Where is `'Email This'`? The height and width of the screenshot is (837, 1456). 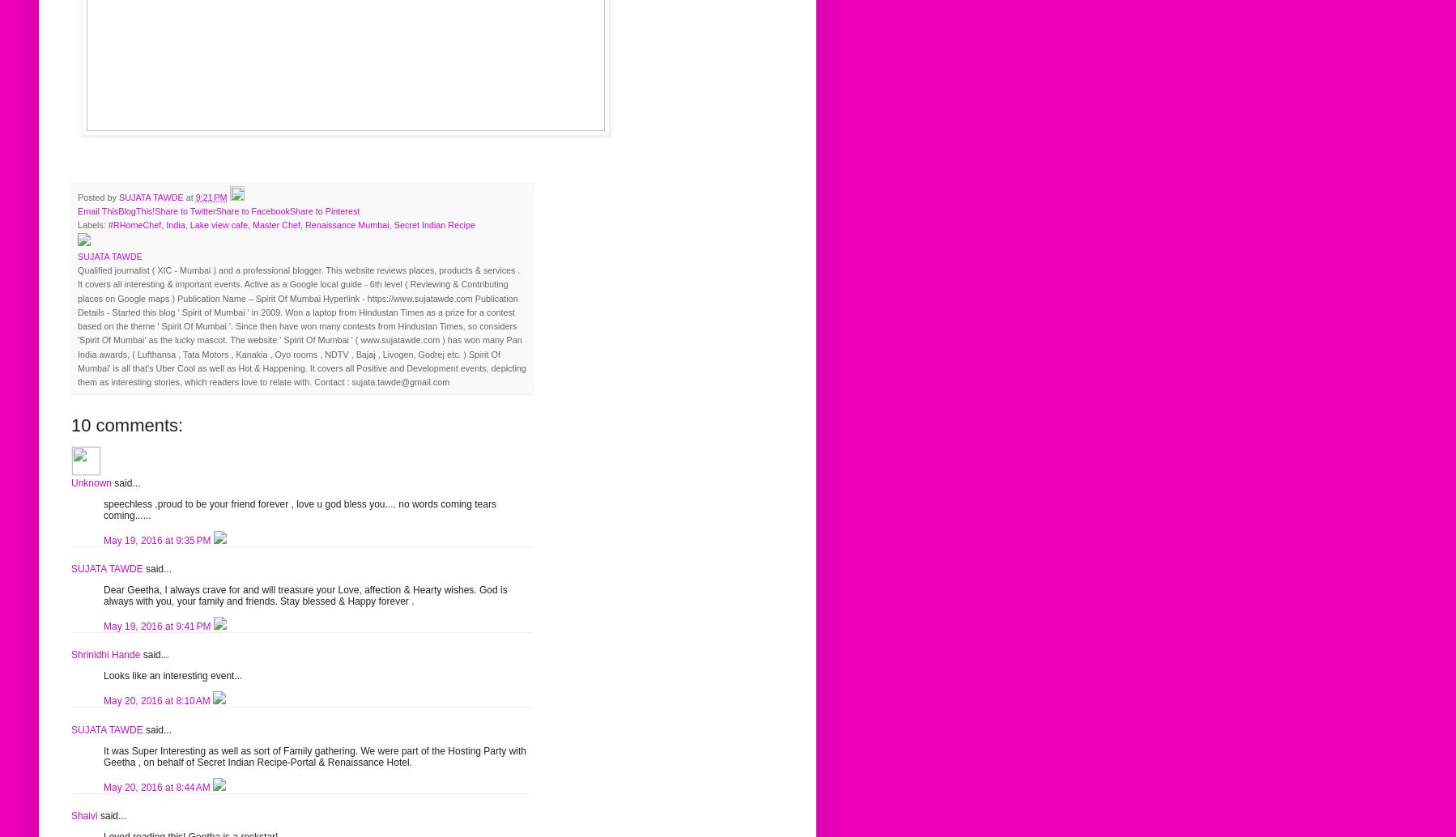 'Email This' is located at coordinates (97, 210).